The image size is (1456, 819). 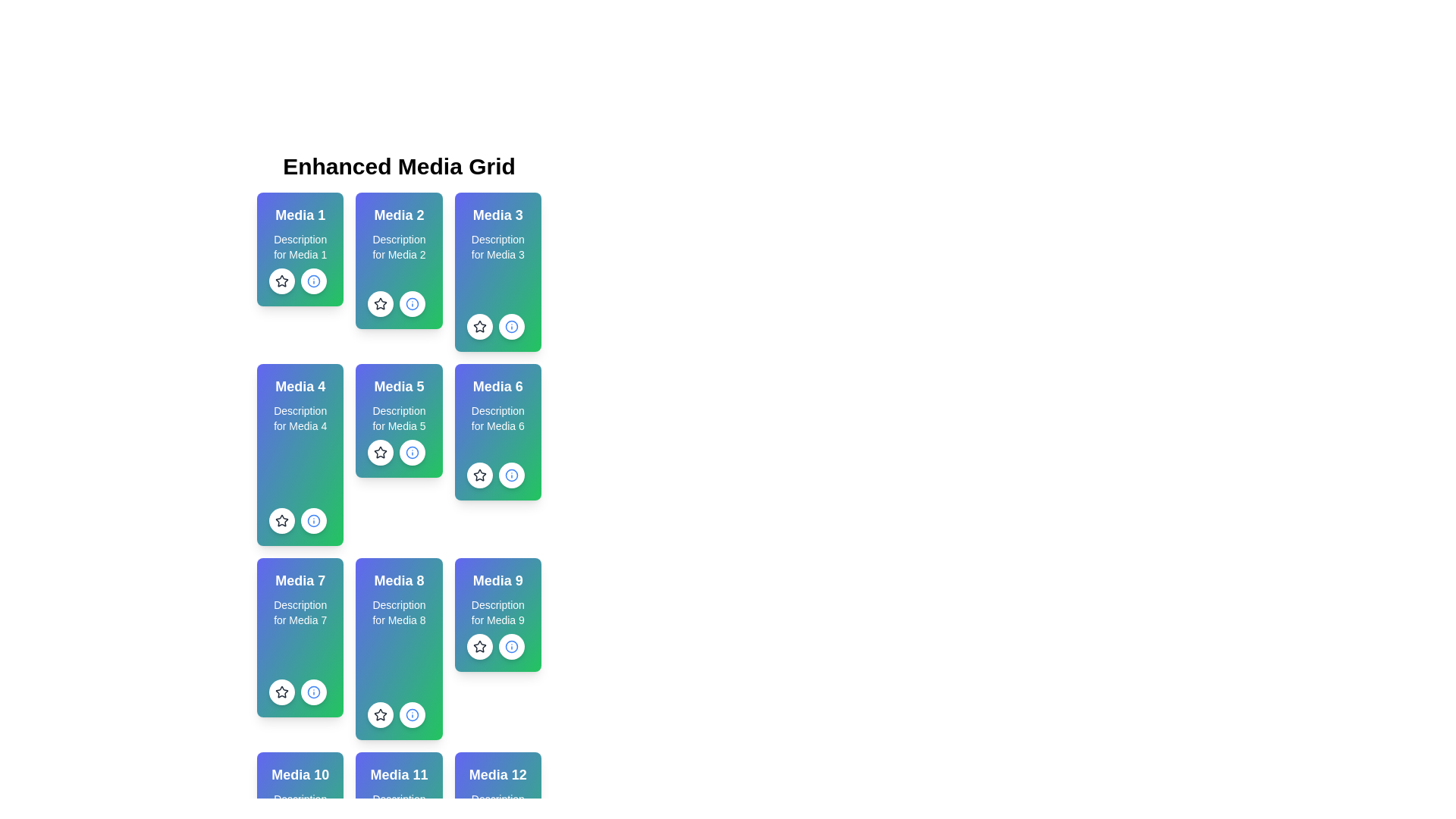 I want to click on the star icon in the lower-left corner of the 'Media 8' card, so click(x=381, y=714).